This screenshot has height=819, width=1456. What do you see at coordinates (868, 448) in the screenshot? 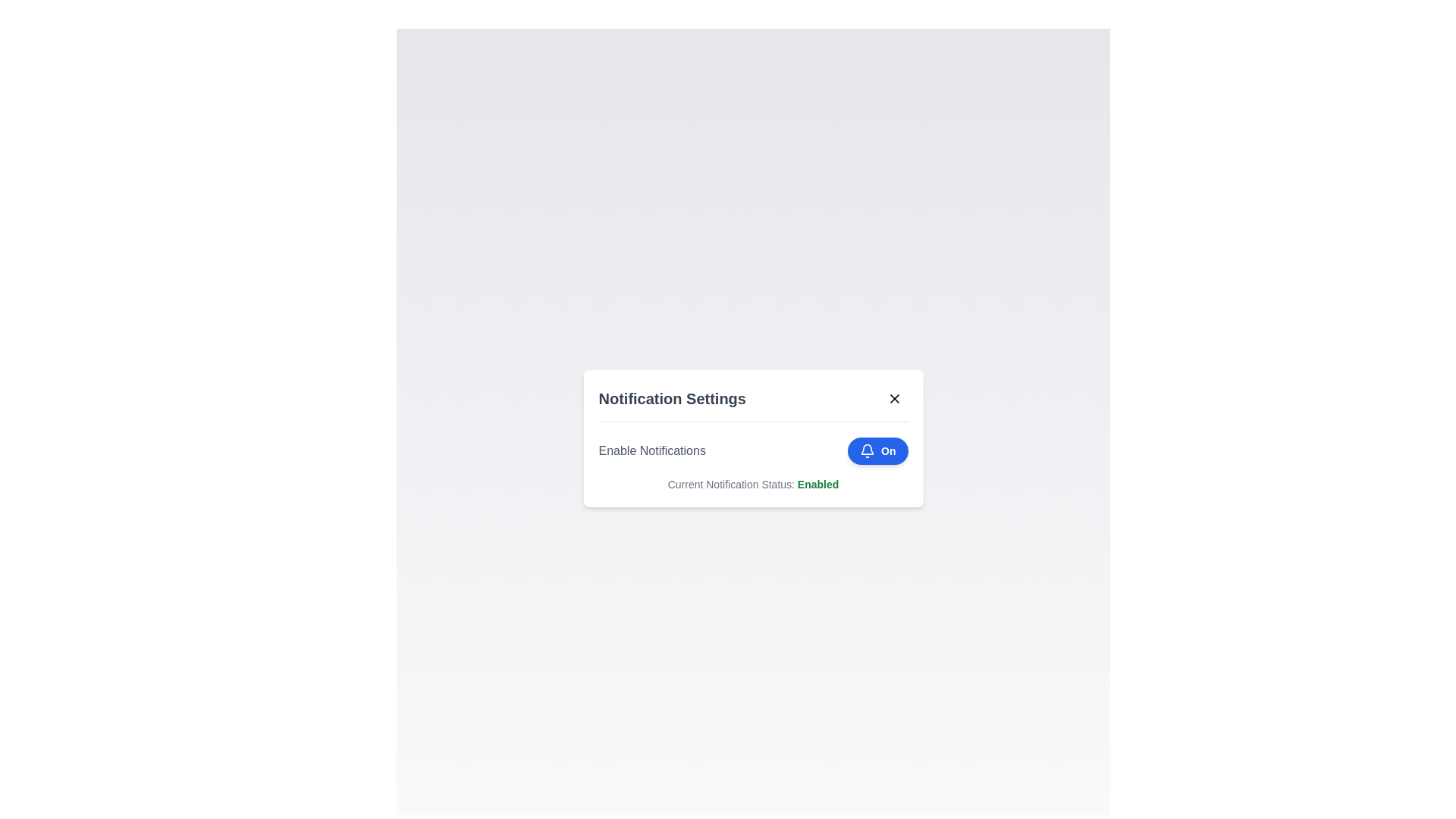
I see `the bell-shaped notification icon located near the middle-right of the notification settings dialog, right beside the 'On' toggle` at bounding box center [868, 448].